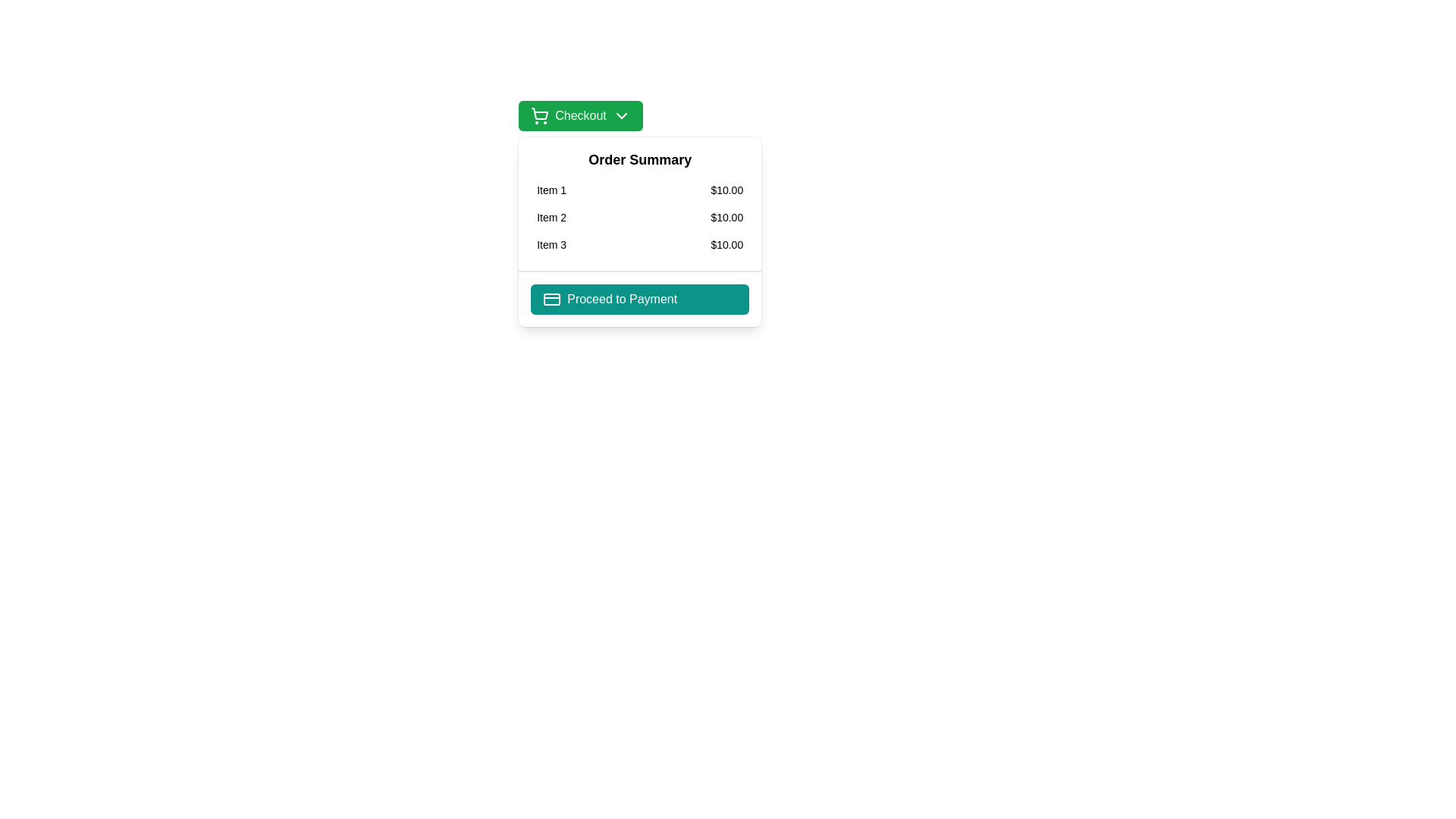  Describe the element at coordinates (640, 217) in the screenshot. I see `the second order line item` at that location.